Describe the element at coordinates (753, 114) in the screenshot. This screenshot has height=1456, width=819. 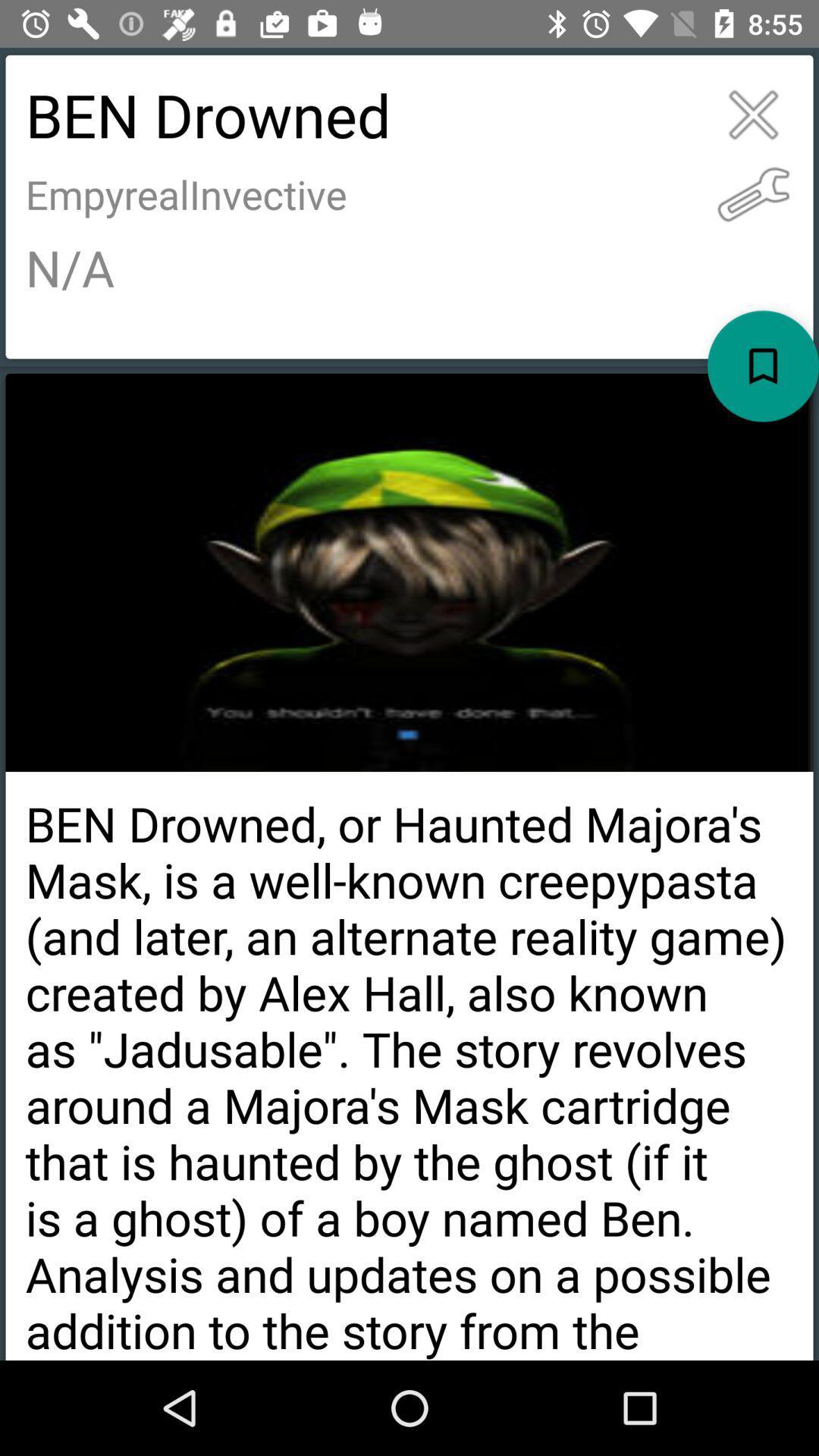
I see `the item to the right of ben drowned item` at that location.